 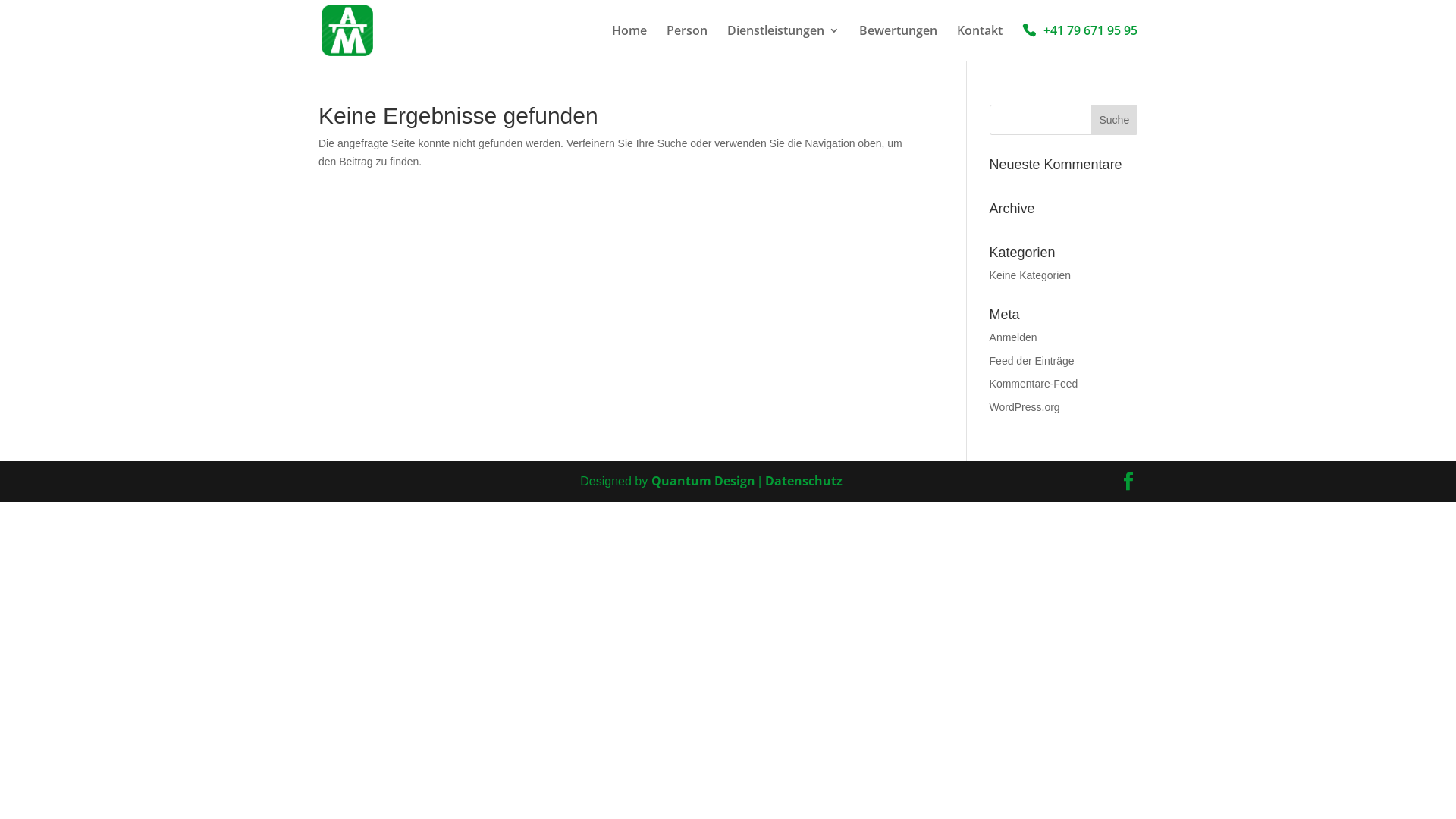 What do you see at coordinates (1114, 119) in the screenshot?
I see `'Suche'` at bounding box center [1114, 119].